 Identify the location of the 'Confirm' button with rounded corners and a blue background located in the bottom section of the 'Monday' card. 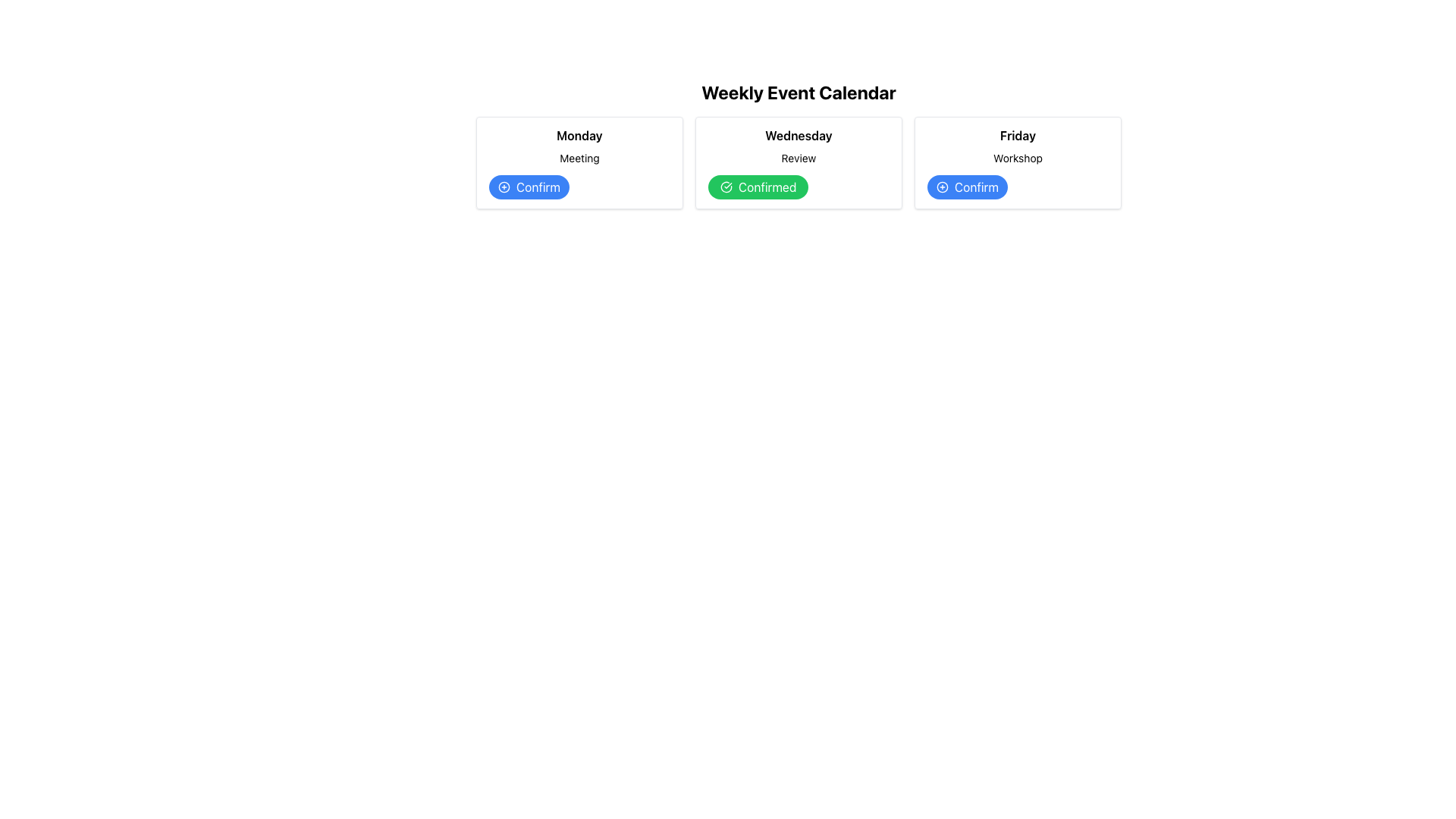
(579, 186).